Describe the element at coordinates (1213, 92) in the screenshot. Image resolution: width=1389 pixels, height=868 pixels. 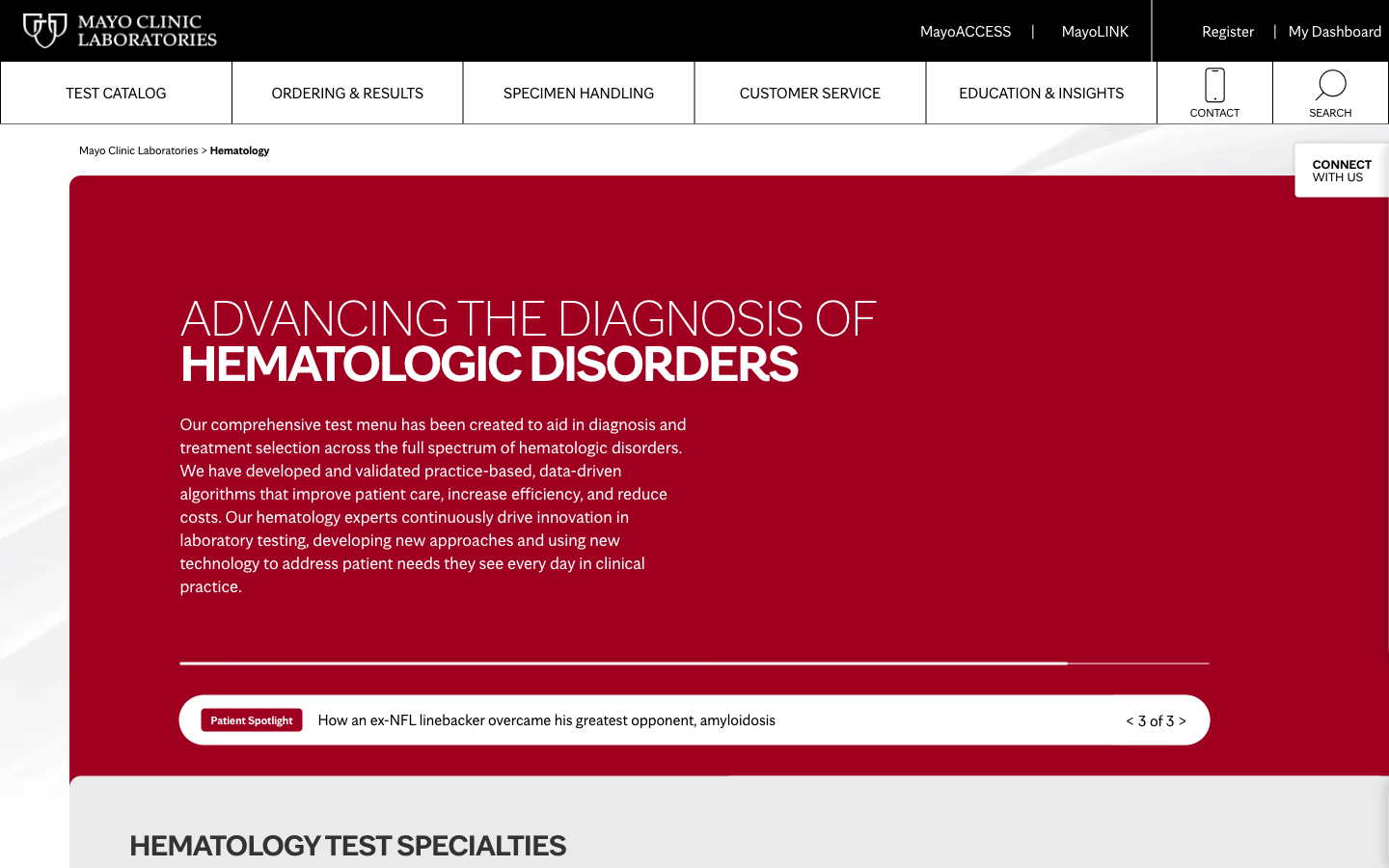
I see `Get in touch with Mayoclinic"s laboratories` at that location.